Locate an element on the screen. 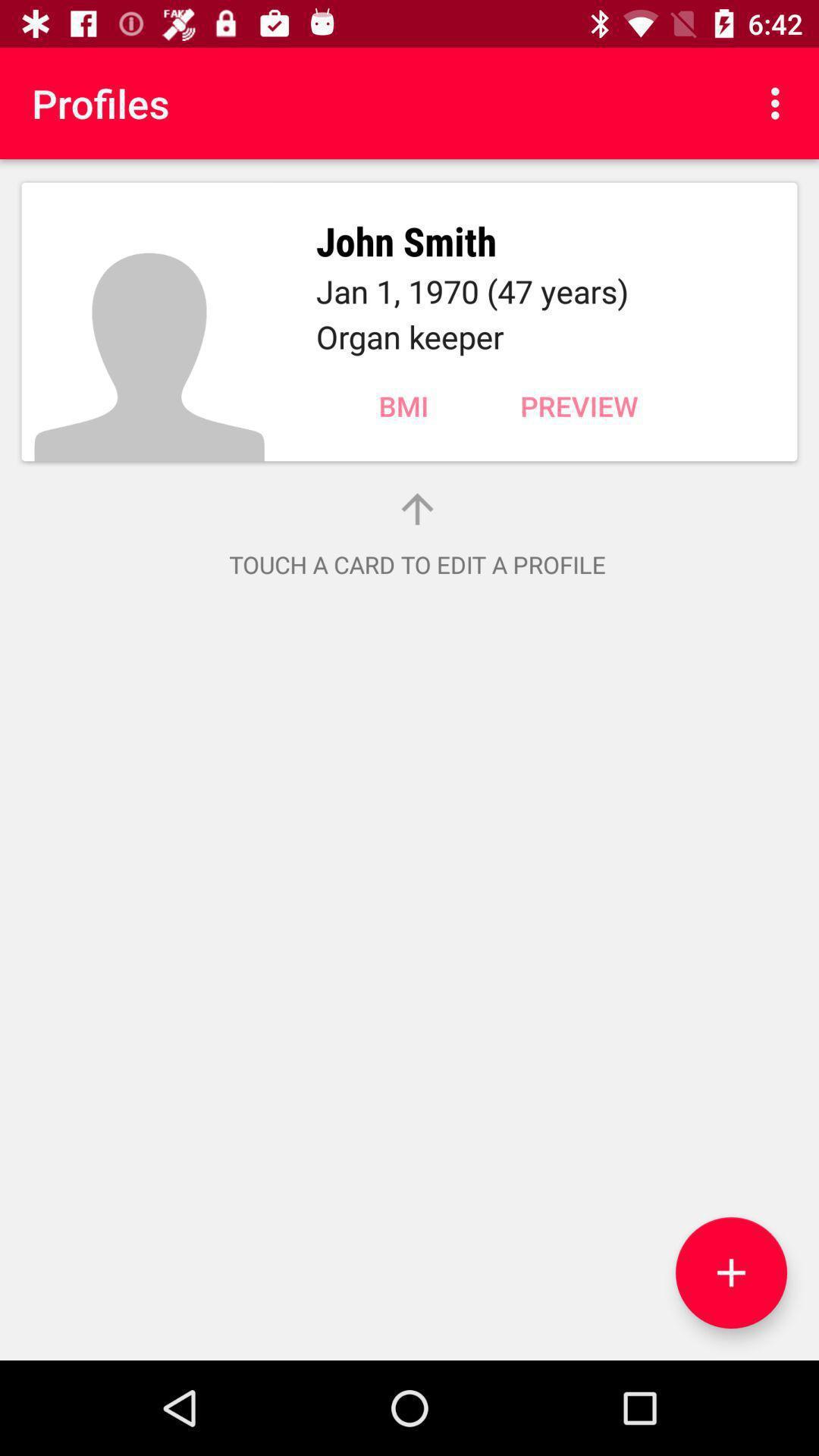 The height and width of the screenshot is (1456, 819). item next to the preview item is located at coordinates (403, 406).